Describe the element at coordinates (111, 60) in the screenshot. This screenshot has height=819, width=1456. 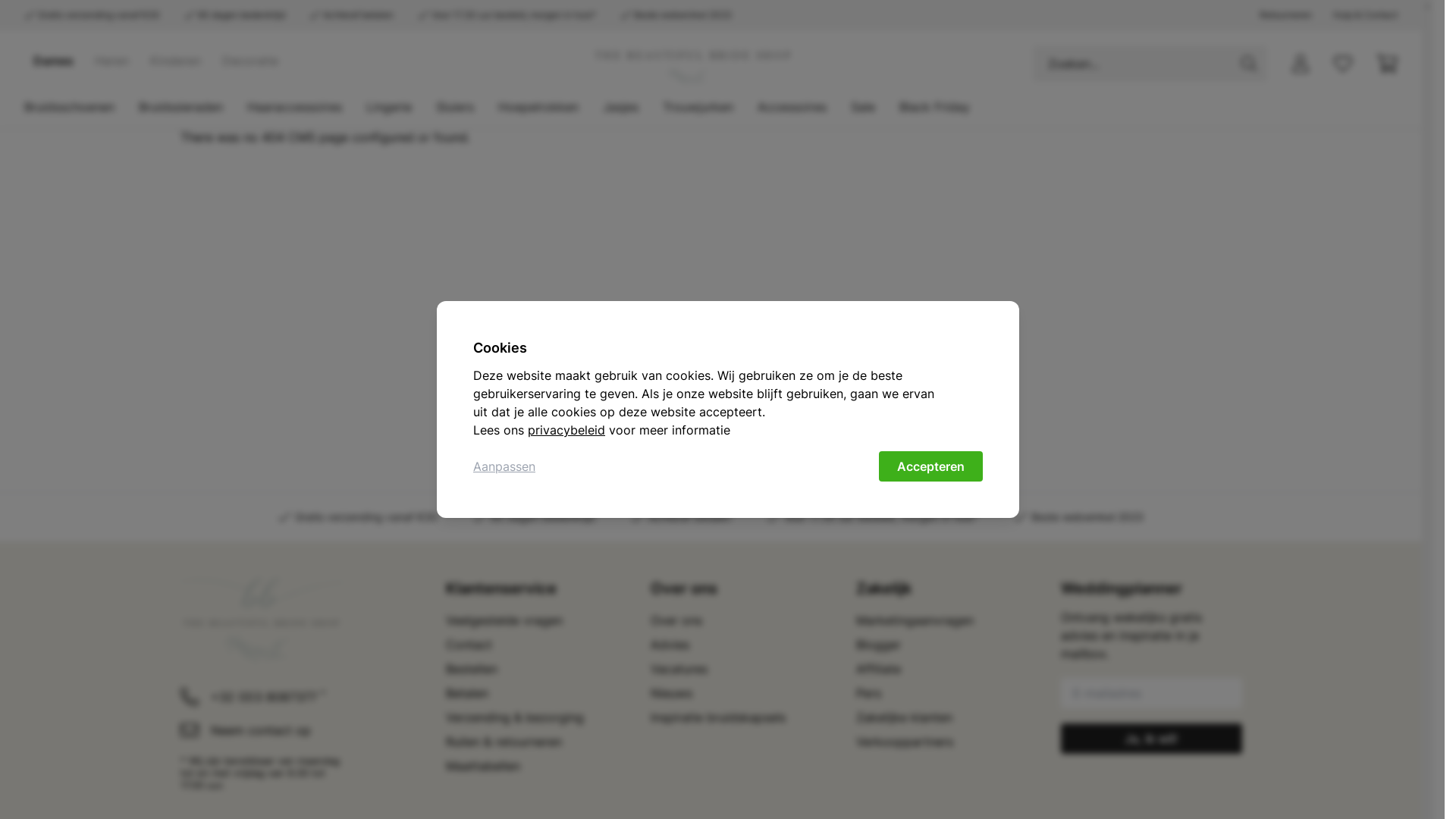
I see `'Heren'` at that location.